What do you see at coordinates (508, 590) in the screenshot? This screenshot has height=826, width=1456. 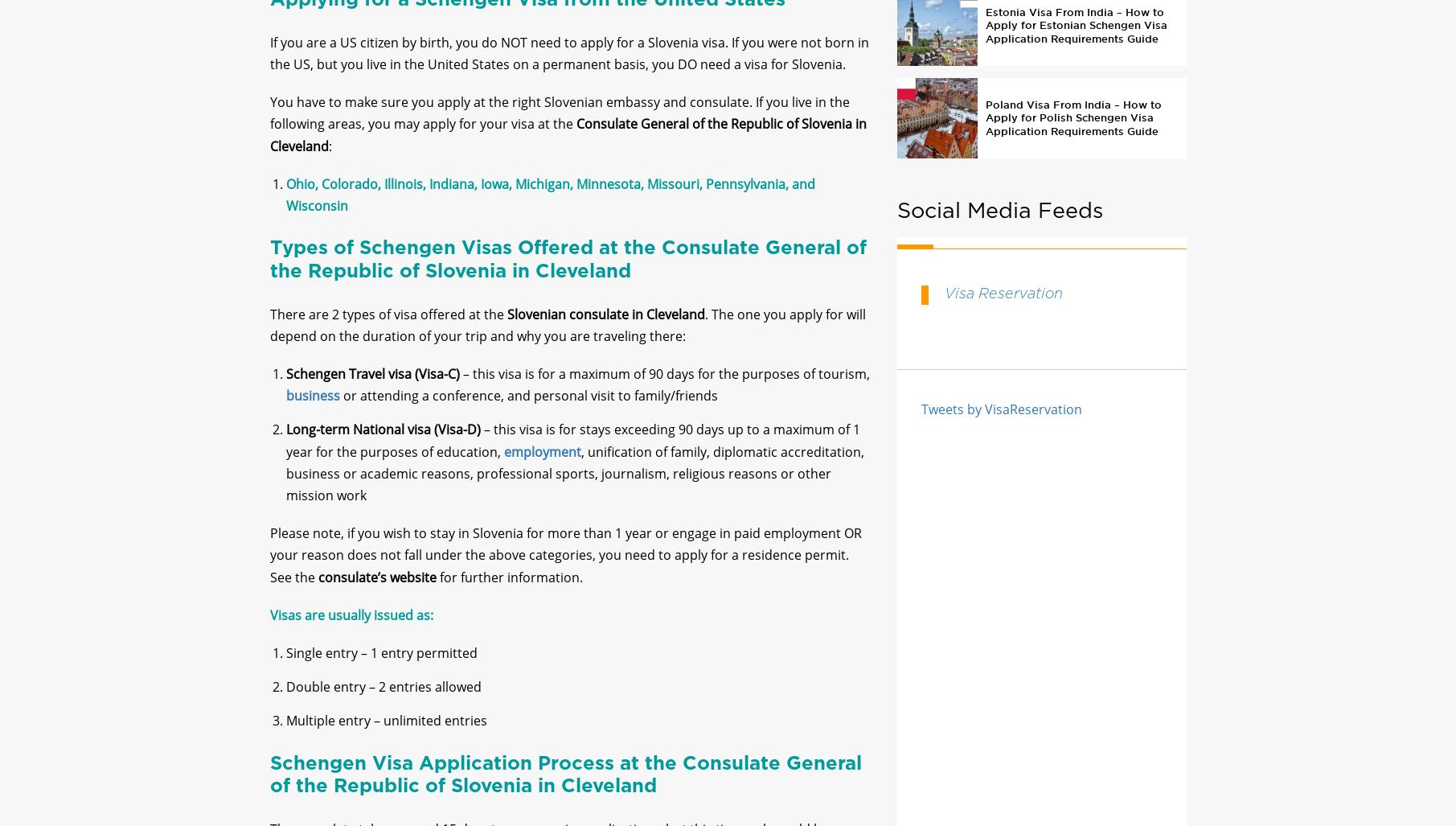 I see `'for further information.'` at bounding box center [508, 590].